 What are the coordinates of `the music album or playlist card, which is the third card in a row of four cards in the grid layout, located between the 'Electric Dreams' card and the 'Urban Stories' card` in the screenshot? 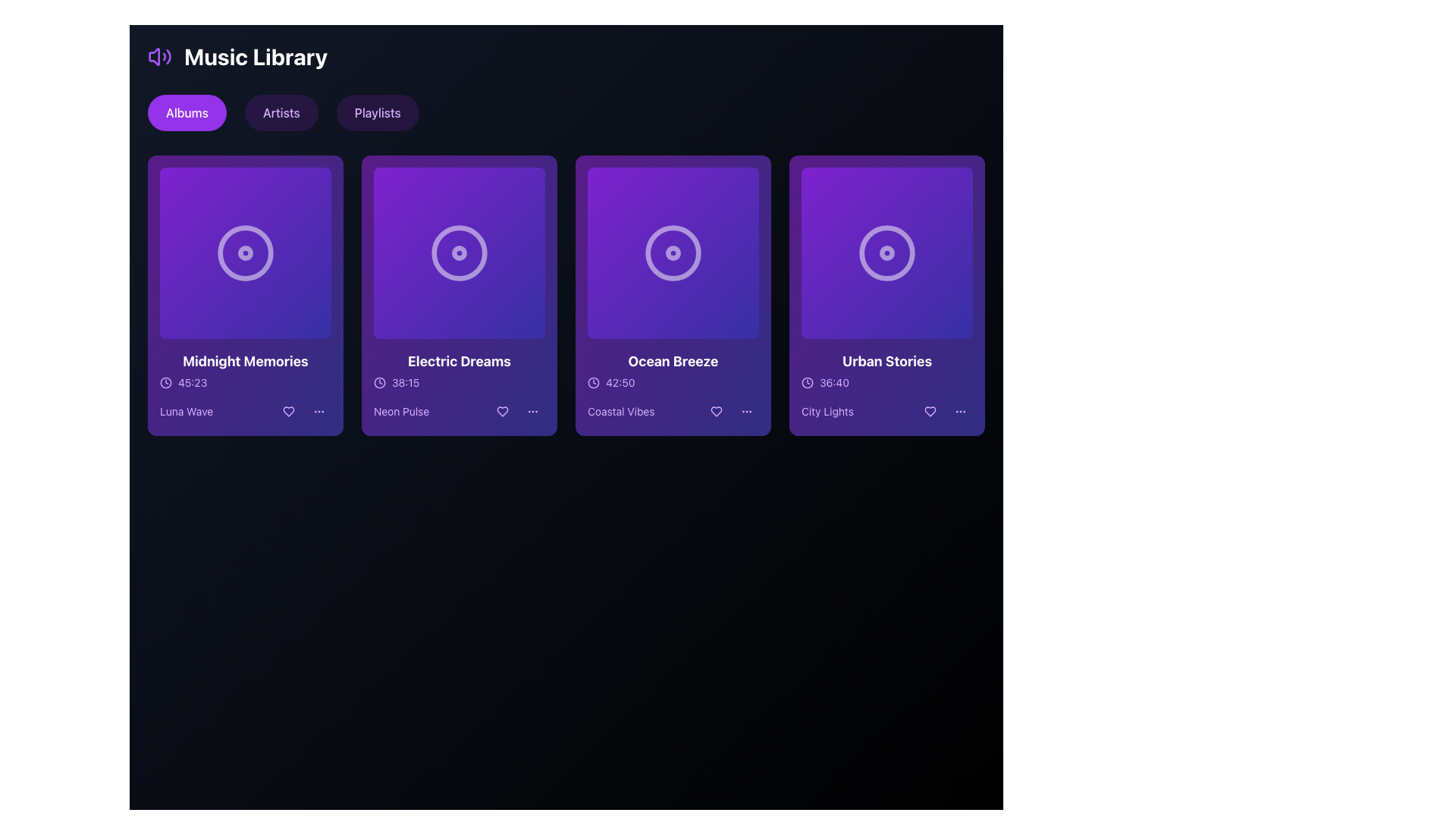 It's located at (673, 295).